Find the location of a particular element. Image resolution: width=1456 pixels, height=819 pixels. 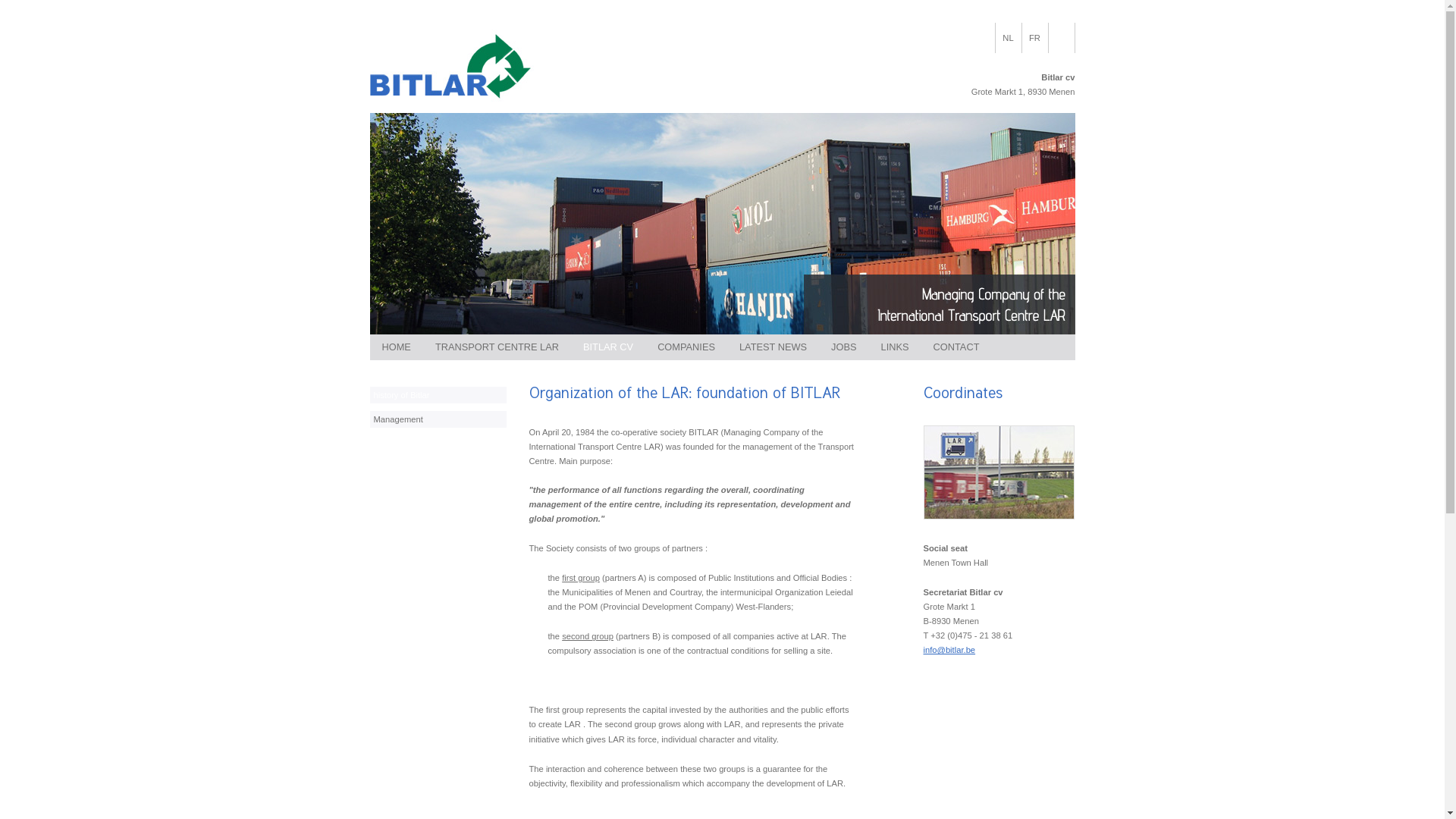

'COMPANIES' is located at coordinates (686, 347).